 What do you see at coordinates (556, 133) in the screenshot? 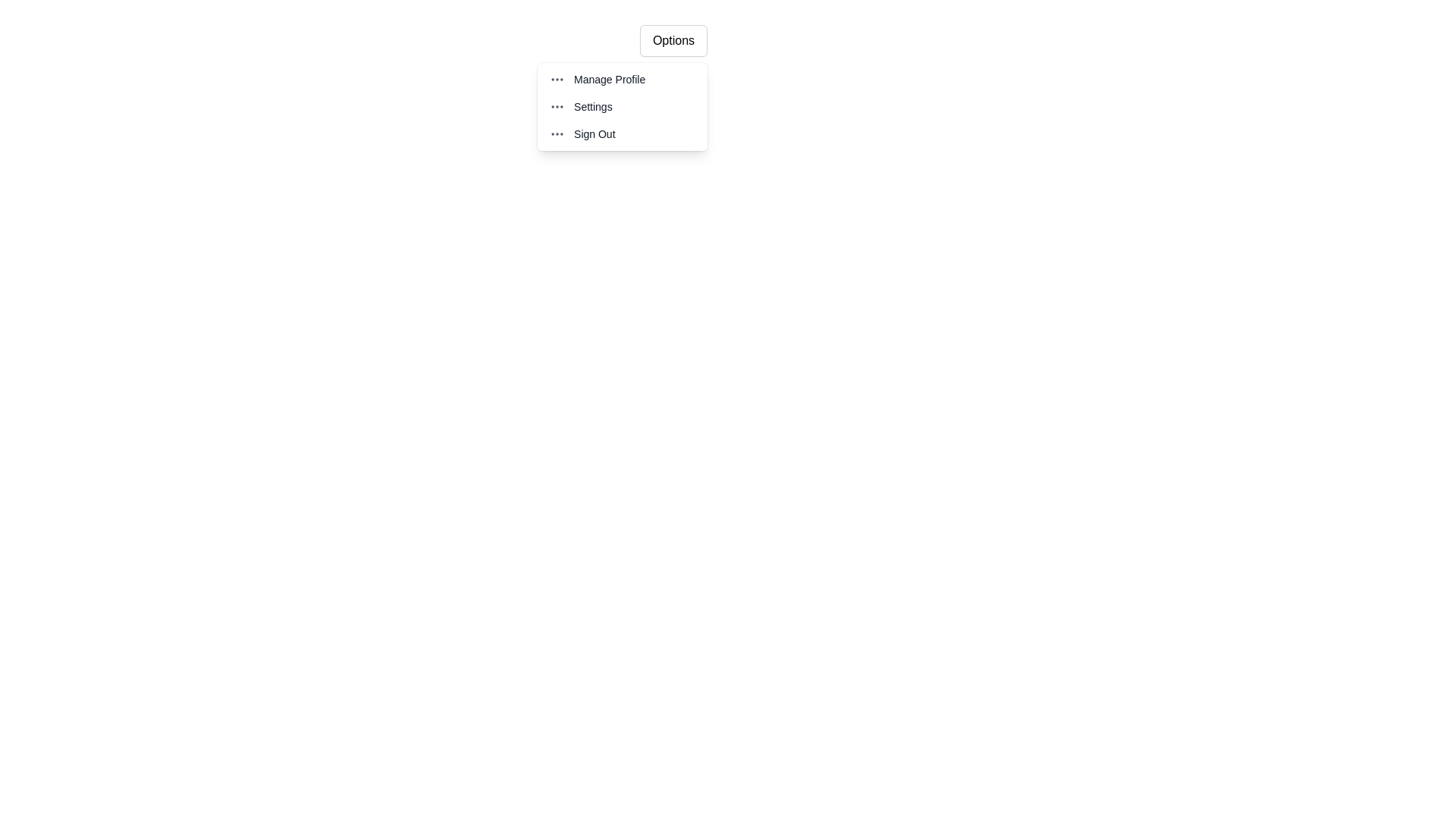
I see `the gray icon with three horizontally-aligned dots, which is positioned to the left of the 'Sign Out' text label` at bounding box center [556, 133].